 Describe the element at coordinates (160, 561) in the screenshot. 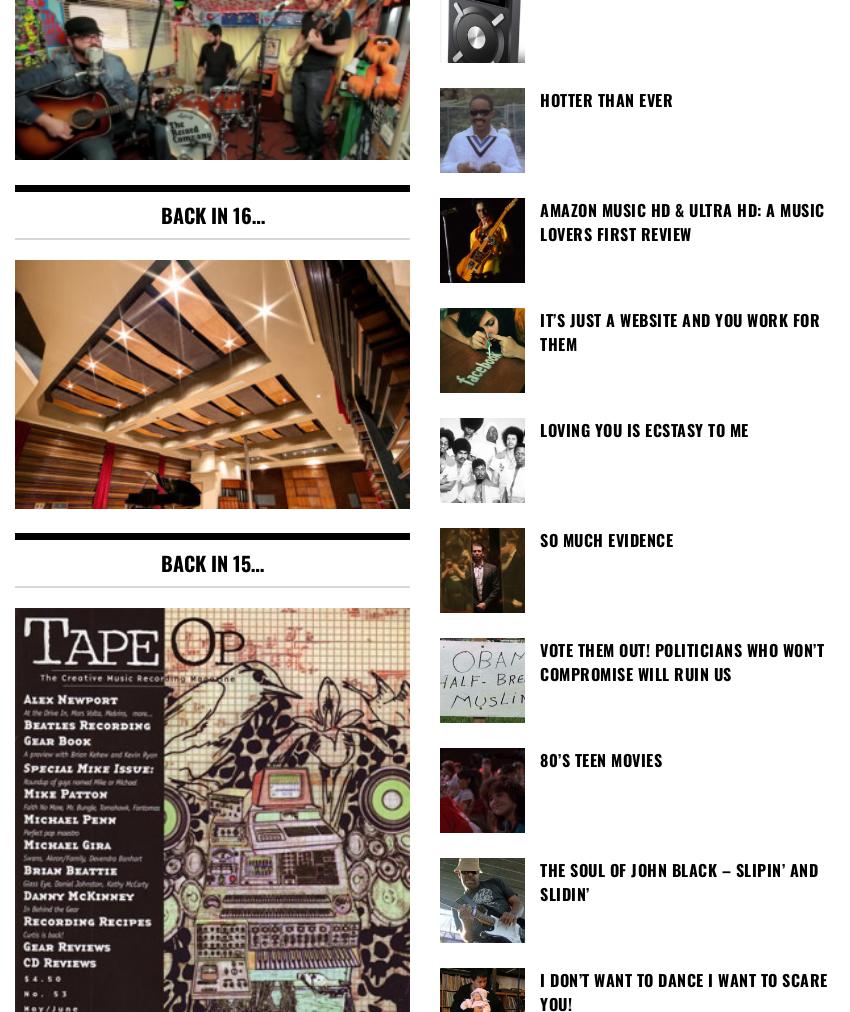

I see `'Back in 15…'` at that location.